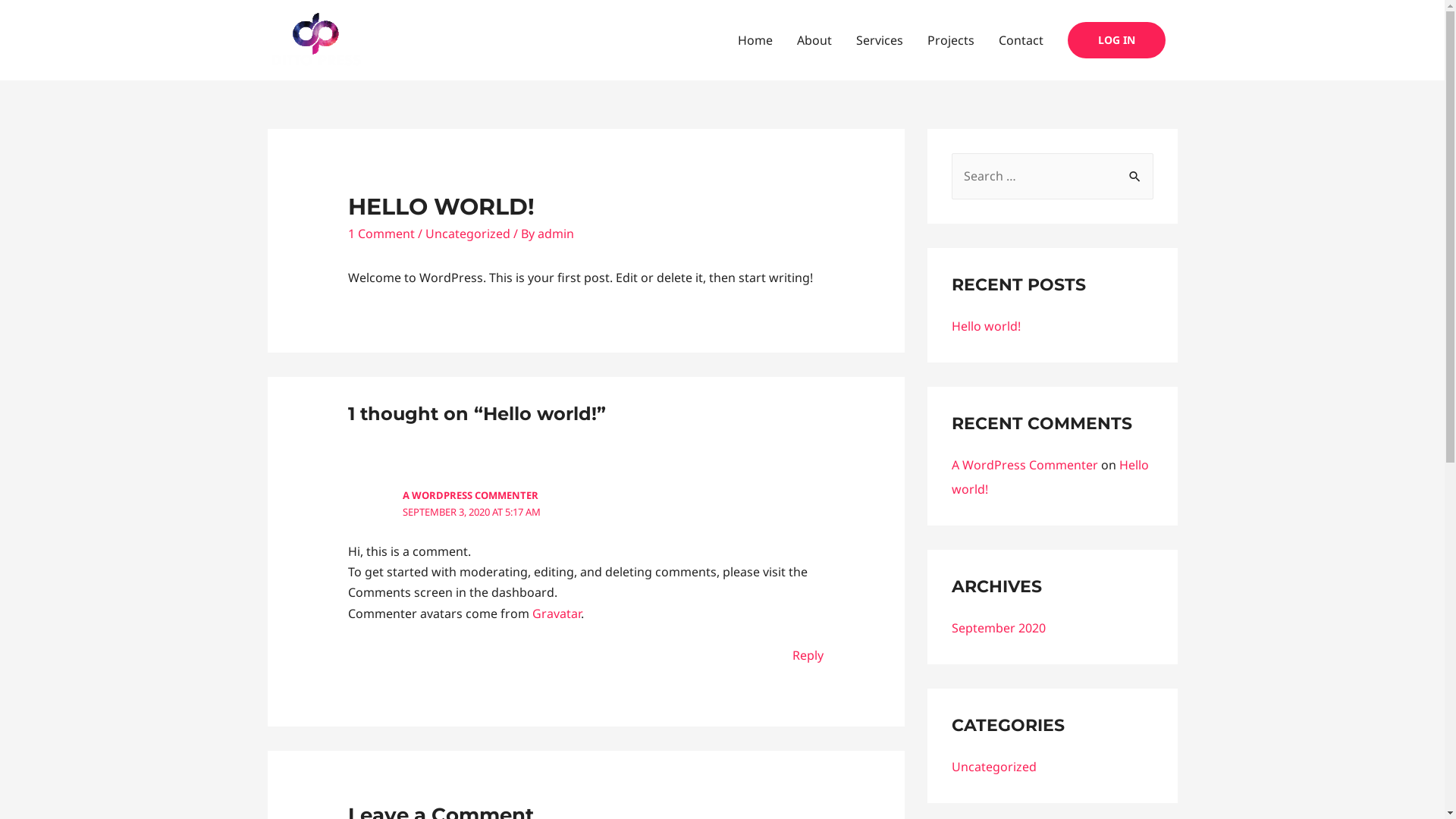  I want to click on 'Reply', so click(807, 654).